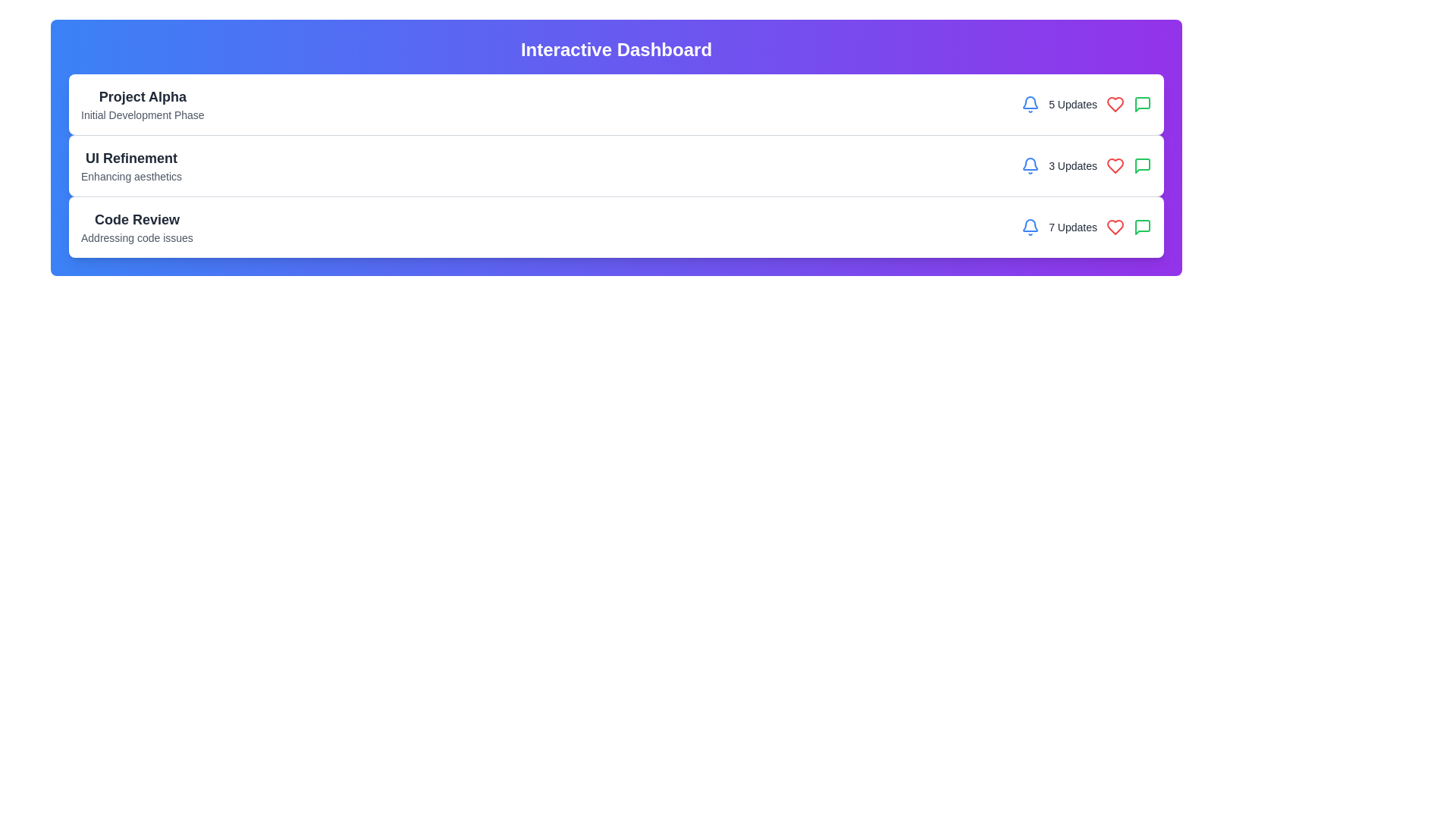  What do you see at coordinates (1031, 166) in the screenshot?
I see `on the bell-shaped icon with a blue border next` at bounding box center [1031, 166].